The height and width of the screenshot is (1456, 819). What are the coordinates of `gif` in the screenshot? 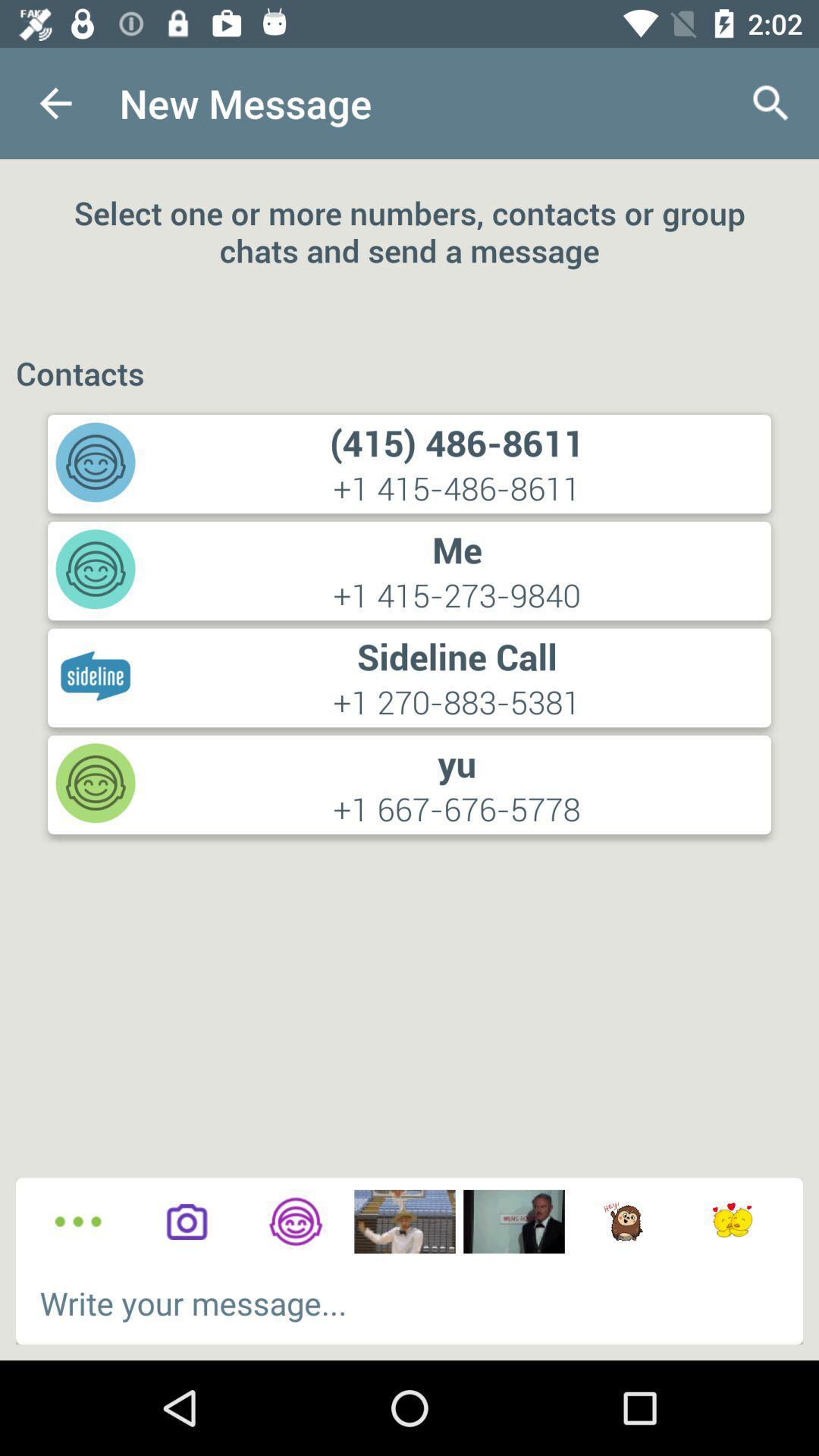 It's located at (731, 1222).